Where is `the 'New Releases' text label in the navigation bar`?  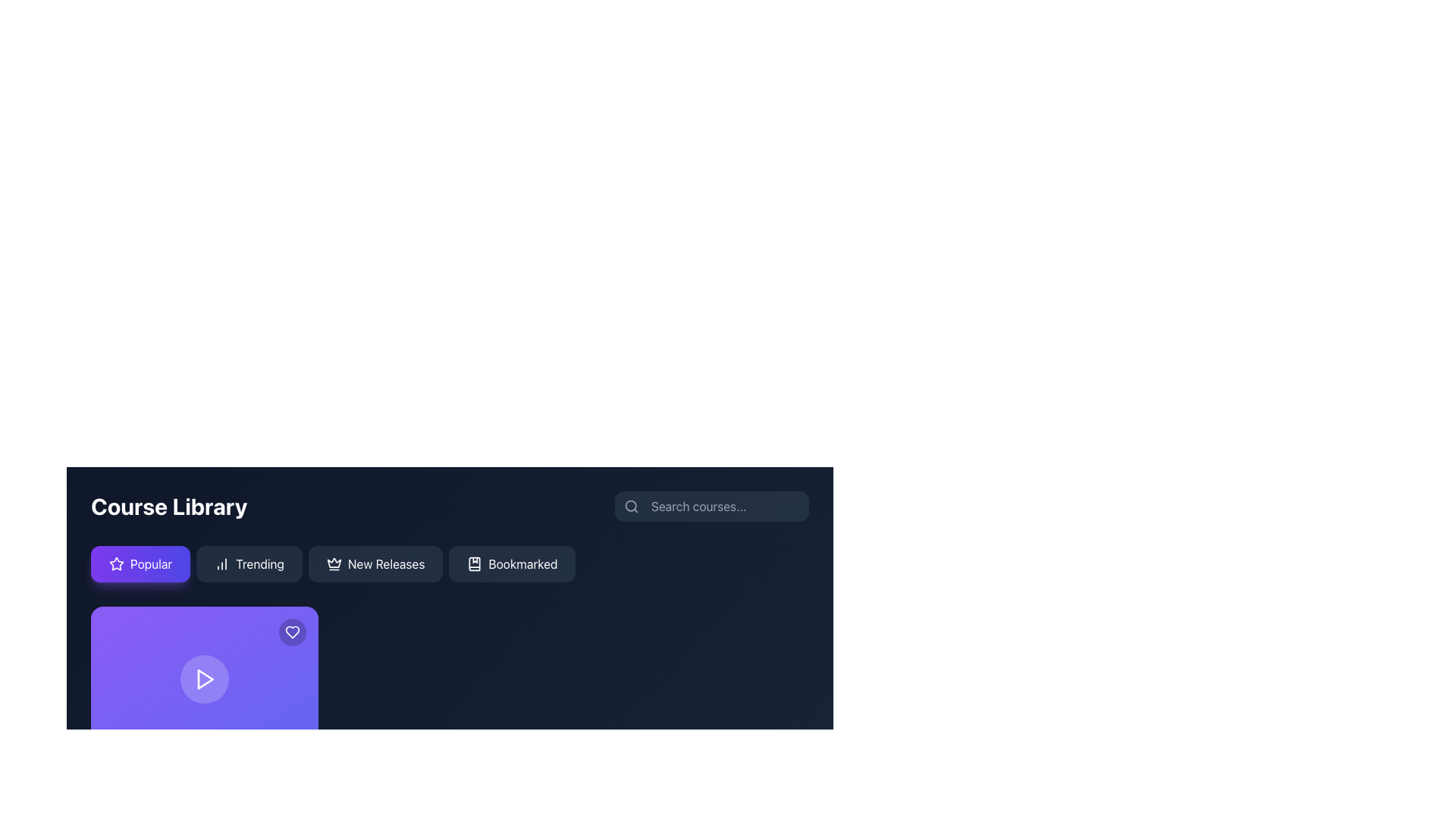 the 'New Releases' text label in the navigation bar is located at coordinates (386, 564).